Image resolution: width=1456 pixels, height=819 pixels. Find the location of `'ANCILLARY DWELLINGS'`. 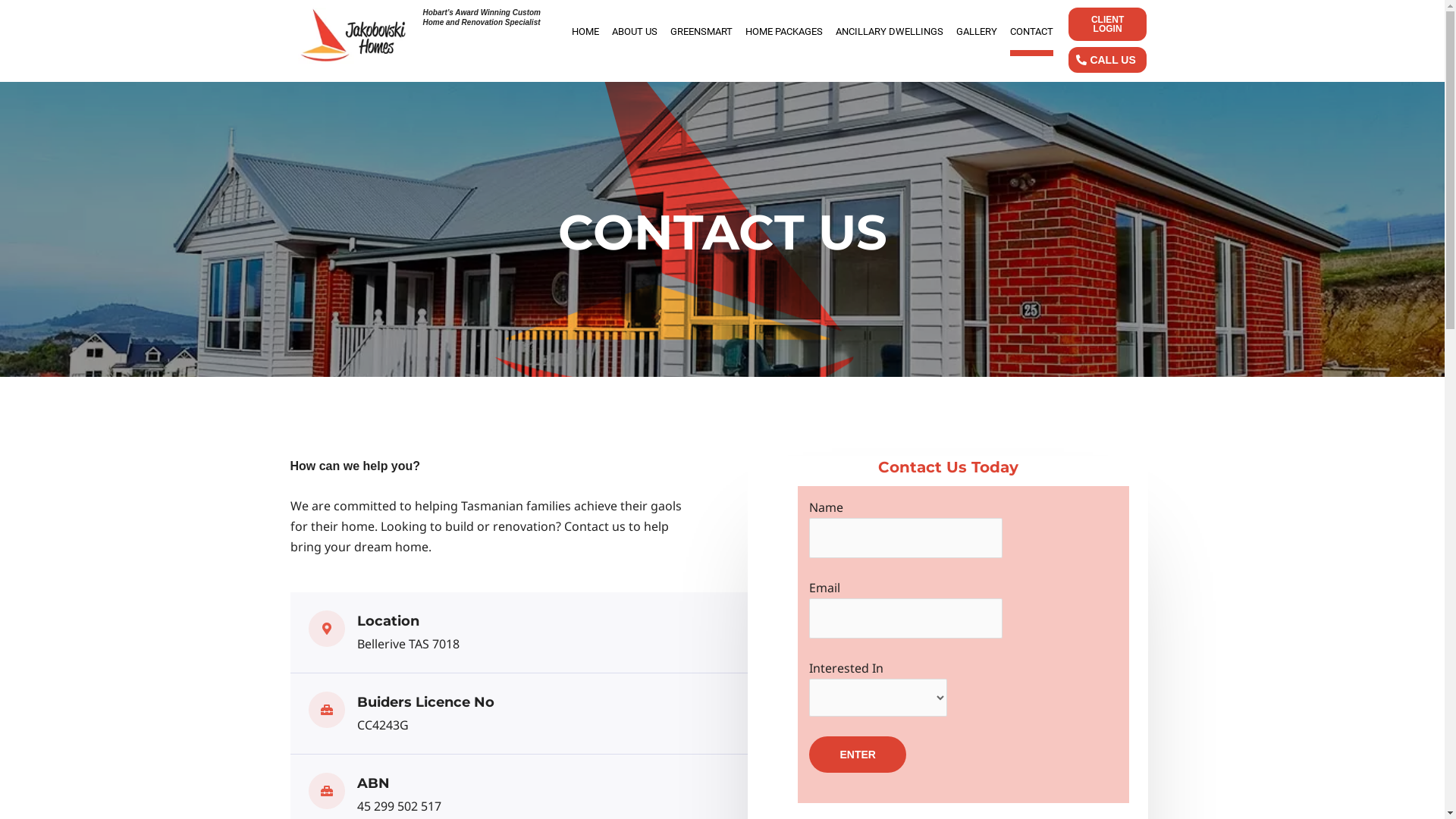

'ANCILLARY DWELLINGS' is located at coordinates (889, 32).